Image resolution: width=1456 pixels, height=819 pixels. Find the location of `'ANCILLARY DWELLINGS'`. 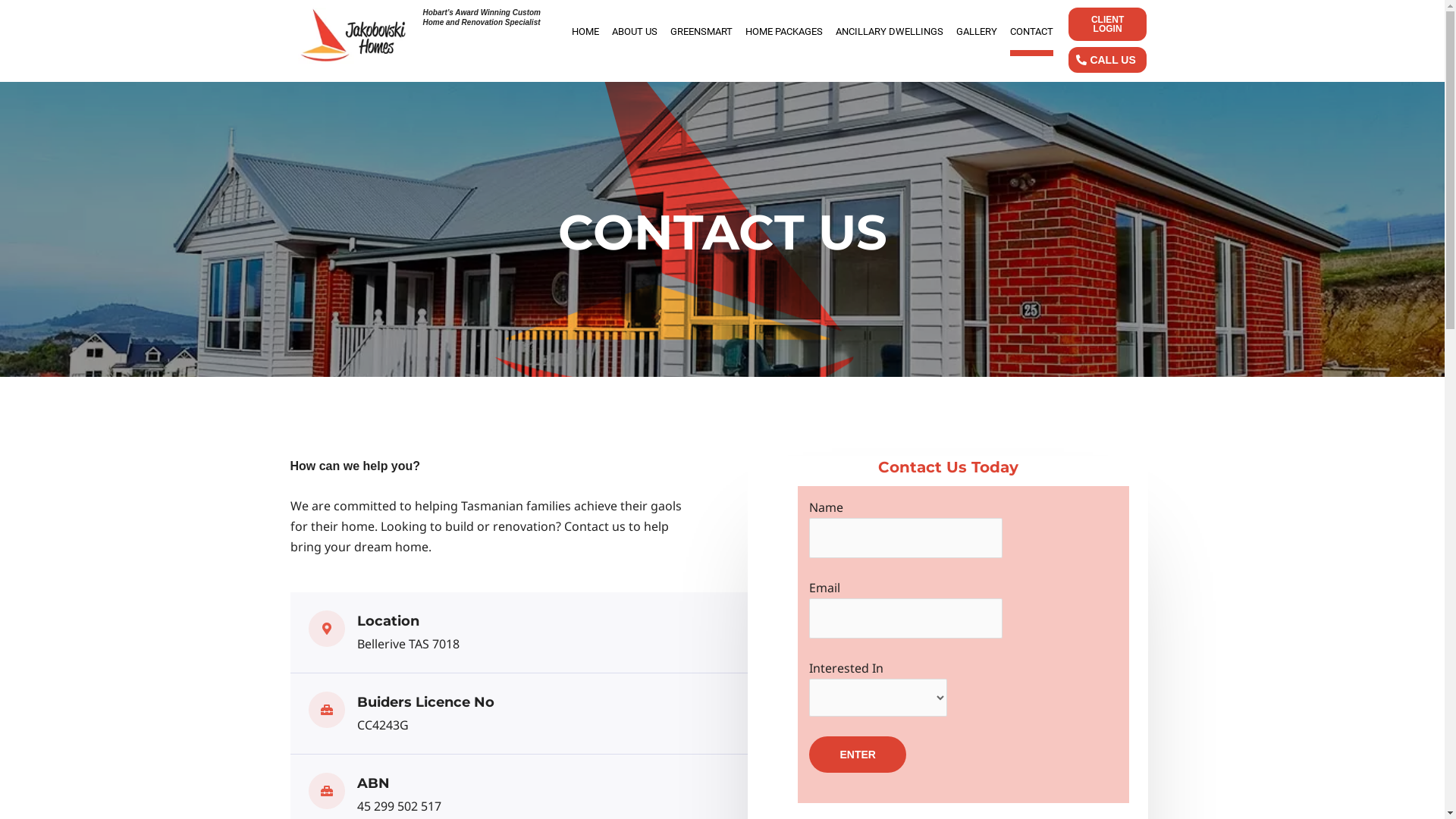

'ANCILLARY DWELLINGS' is located at coordinates (889, 32).